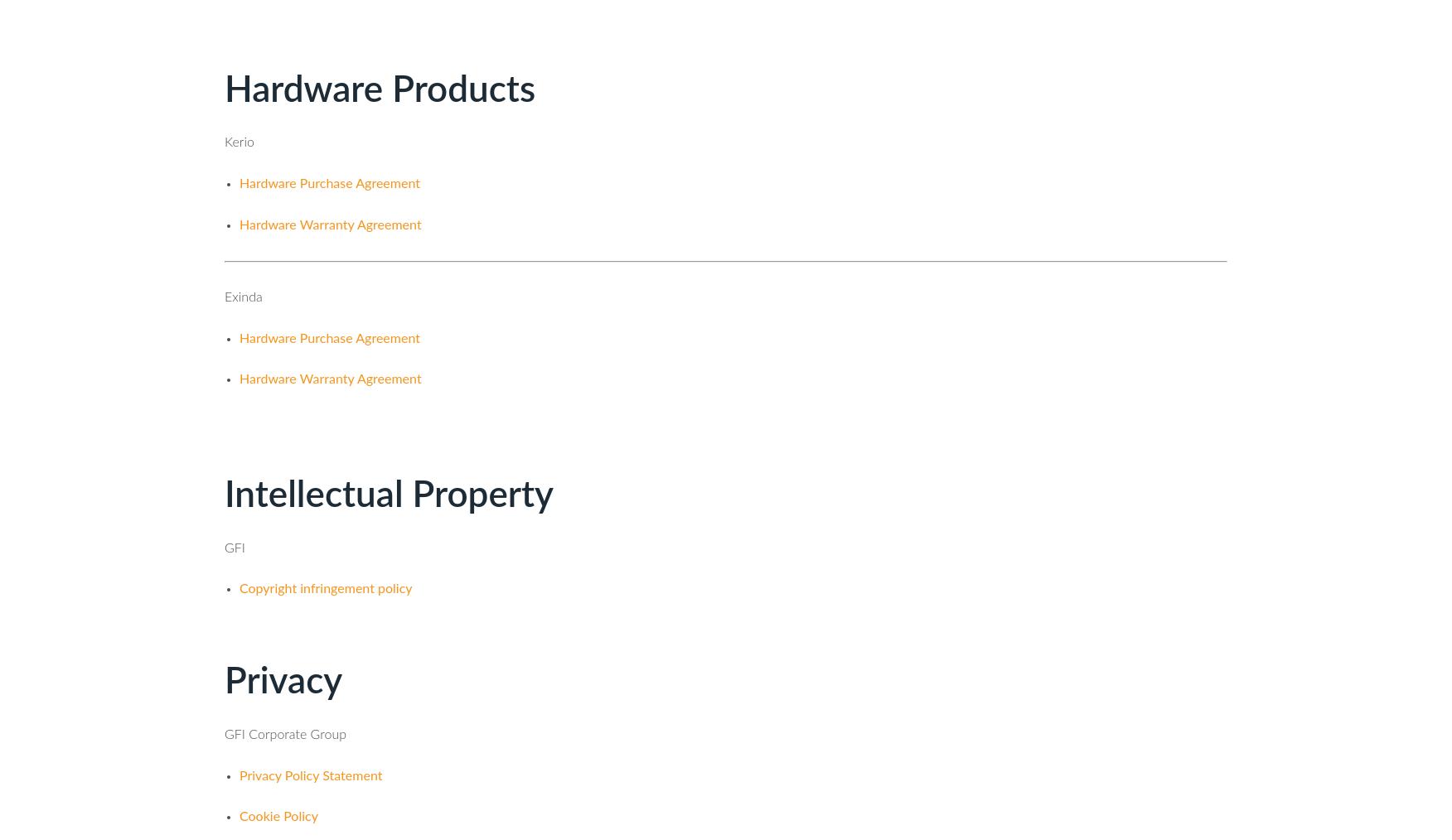  What do you see at coordinates (224, 296) in the screenshot?
I see `'Exinda'` at bounding box center [224, 296].